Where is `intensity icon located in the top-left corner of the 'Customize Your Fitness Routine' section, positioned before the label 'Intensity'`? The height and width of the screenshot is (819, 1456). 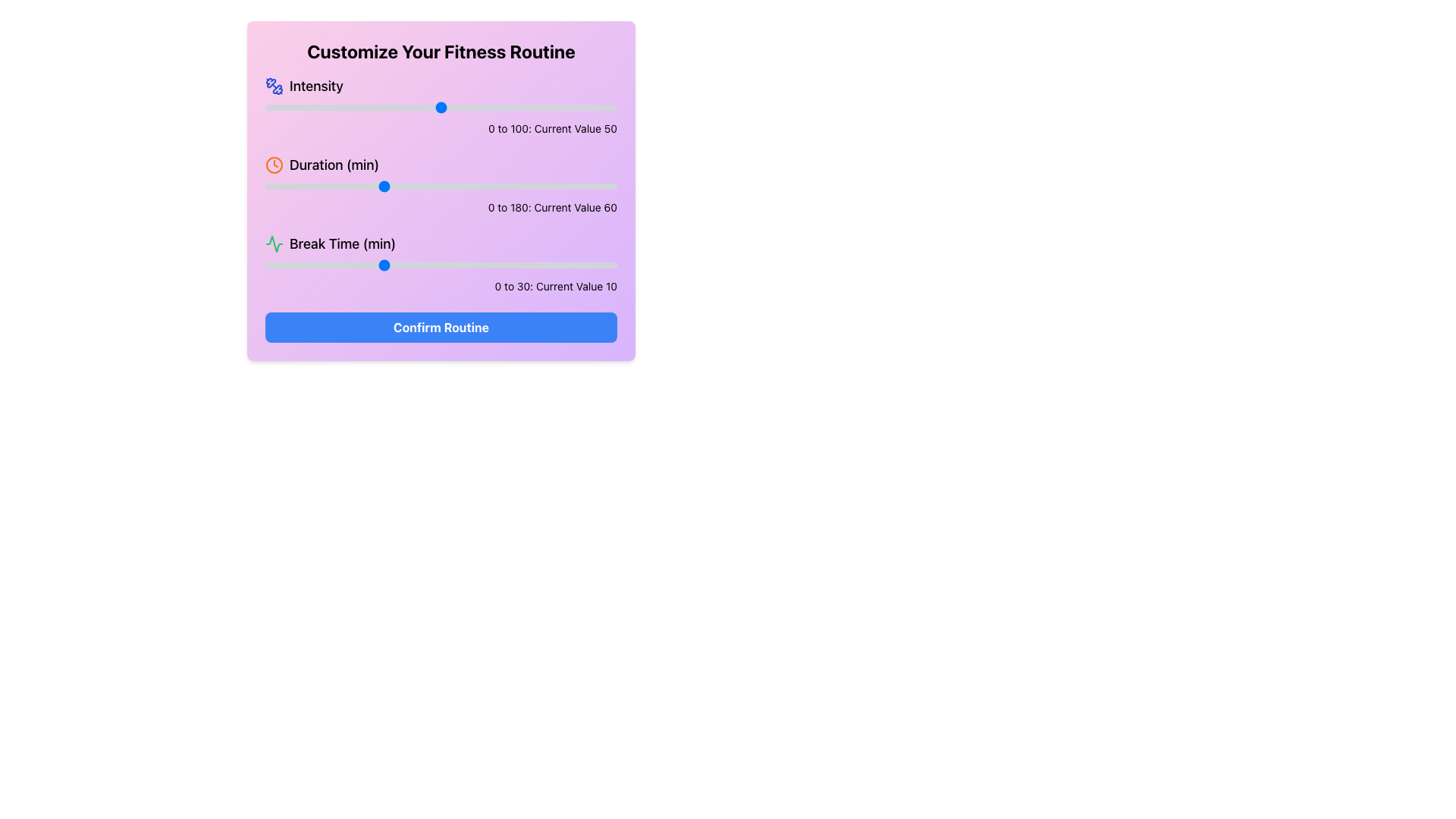
intensity icon located in the top-left corner of the 'Customize Your Fitness Routine' section, positioned before the label 'Intensity' is located at coordinates (274, 86).